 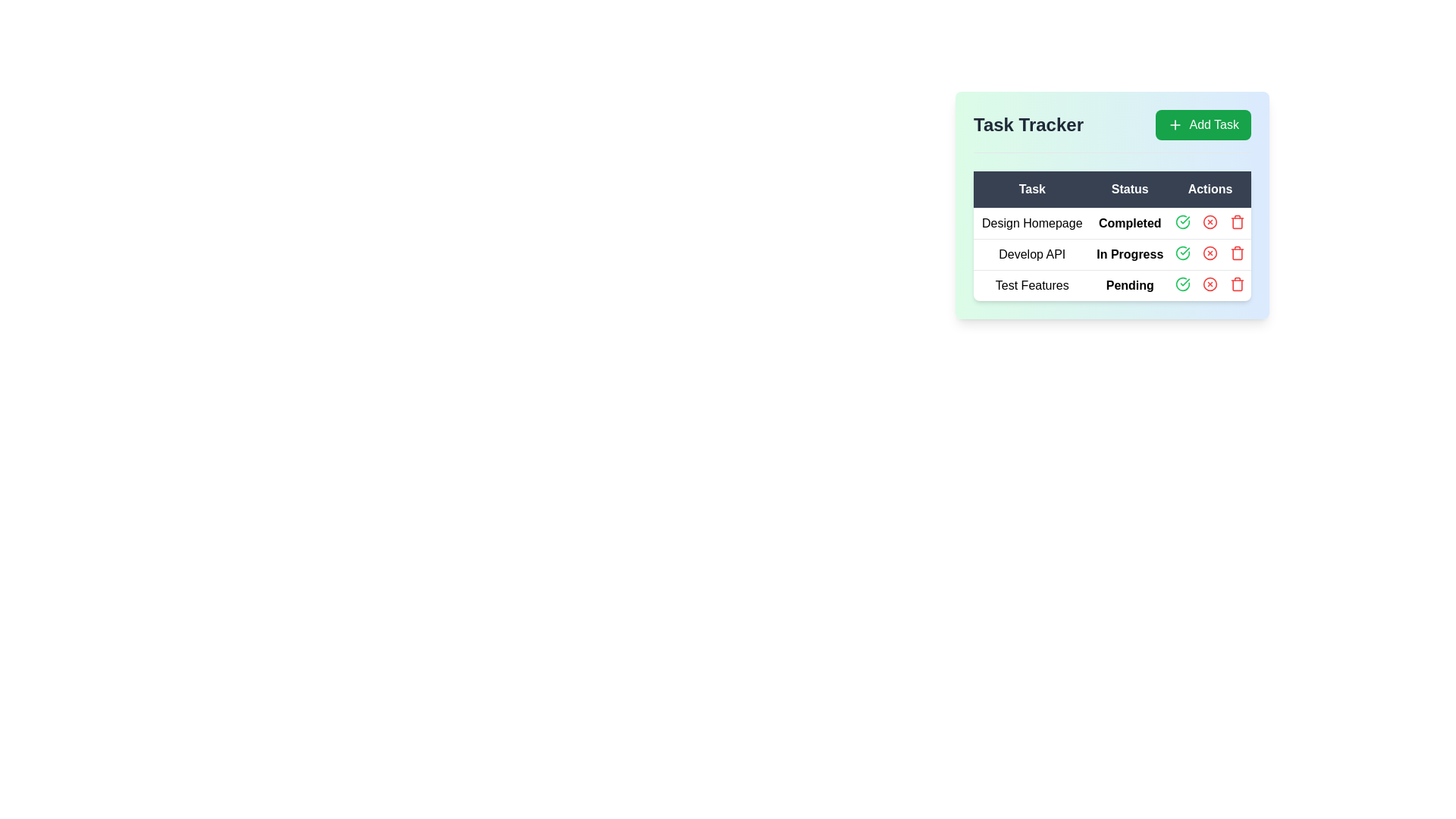 What do you see at coordinates (1130, 285) in the screenshot?
I see `text of the 'Test Features' status label, which is located in the third row under the 'Status' column in the 'Task Tracker' section` at bounding box center [1130, 285].